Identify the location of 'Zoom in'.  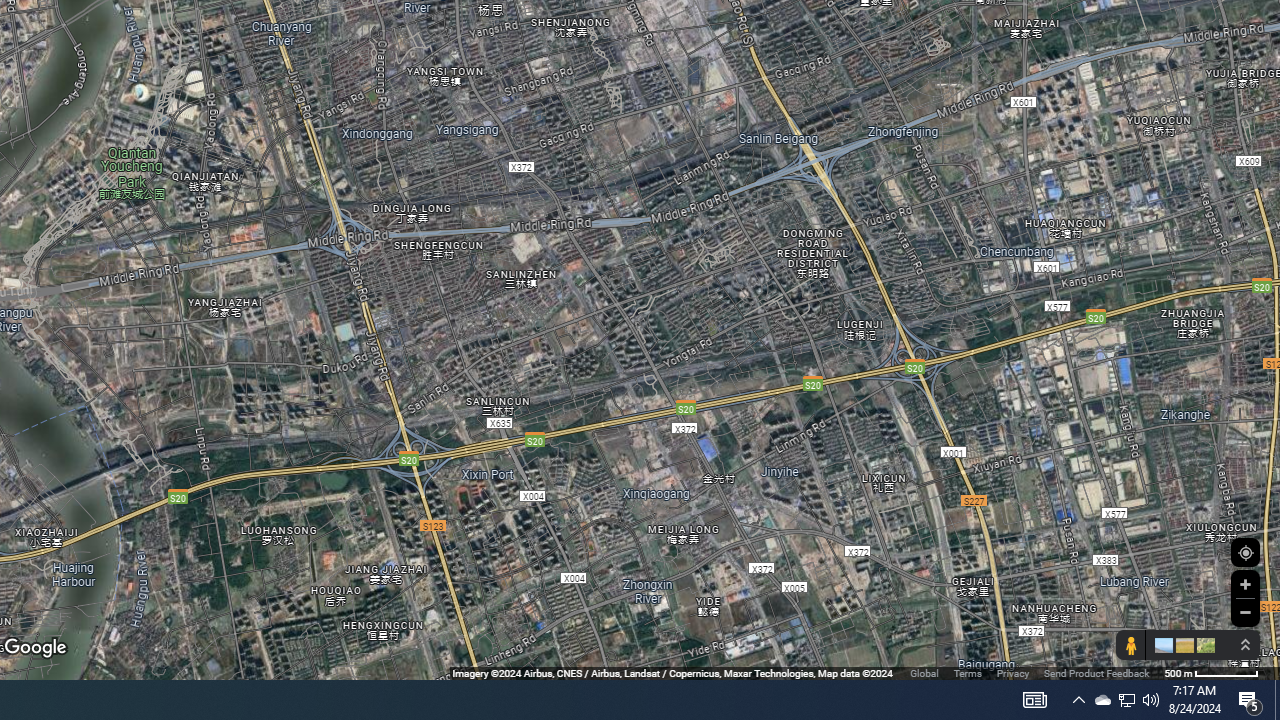
(1244, 584).